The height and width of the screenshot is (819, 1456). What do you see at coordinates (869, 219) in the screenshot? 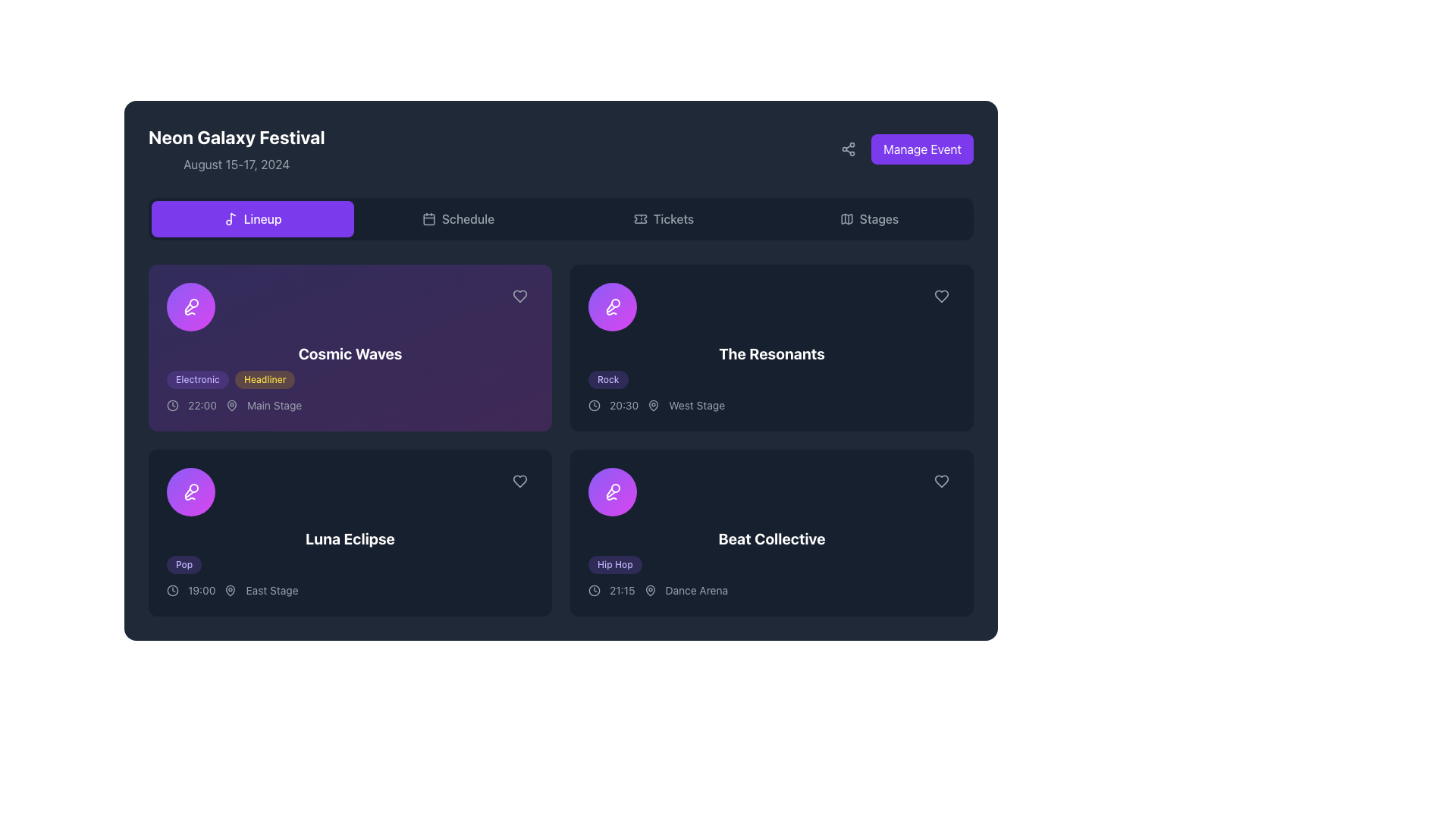
I see `the 'Stages' navigation button, which is the fourth tab in the row of selectable tabs labeled 'Lineup', 'Schedule', 'Tickets', and 'Stages'` at bounding box center [869, 219].